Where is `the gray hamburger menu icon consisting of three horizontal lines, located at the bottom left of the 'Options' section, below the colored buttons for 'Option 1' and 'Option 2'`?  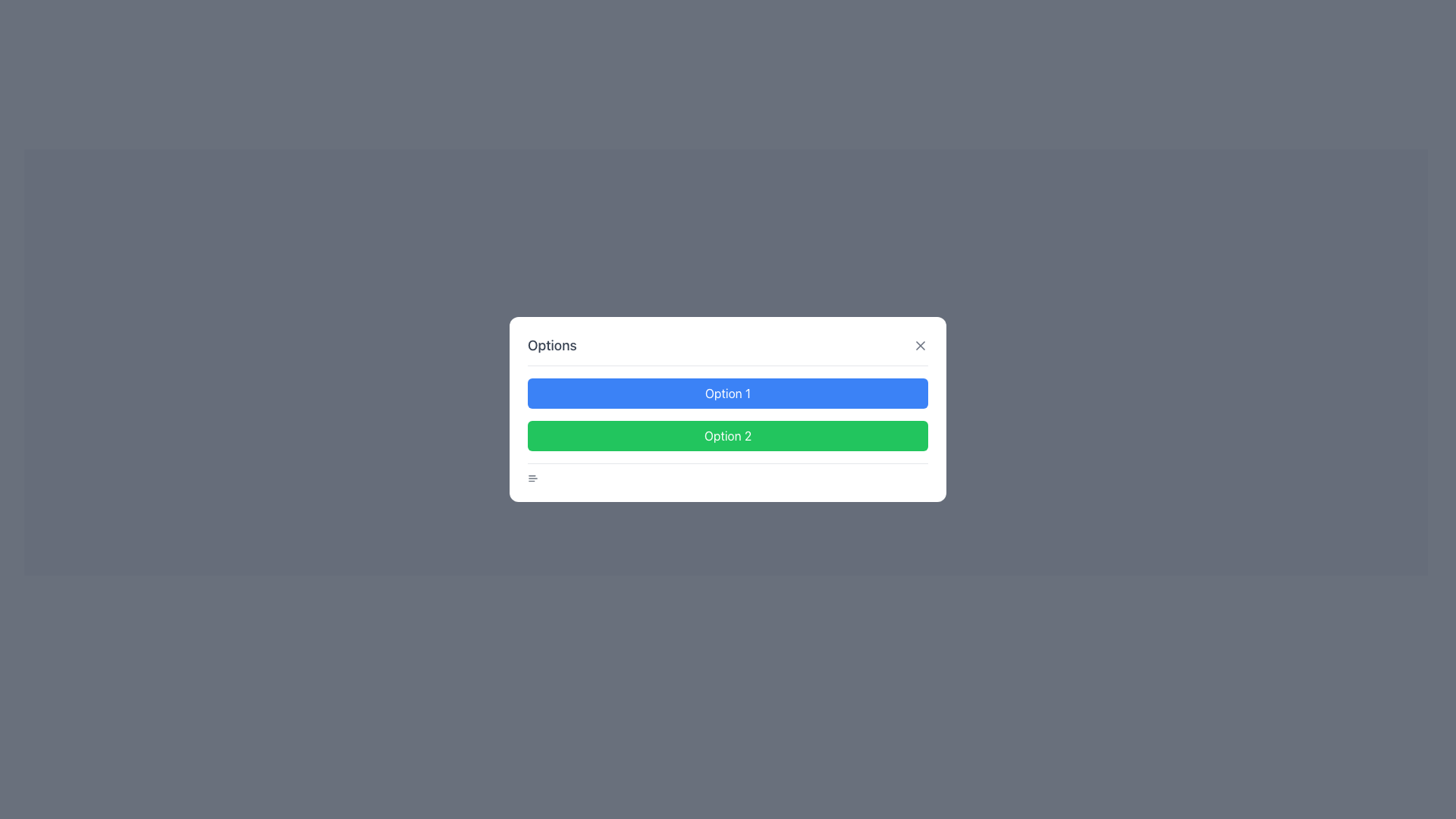 the gray hamburger menu icon consisting of three horizontal lines, located at the bottom left of the 'Options' section, below the colored buttons for 'Option 1' and 'Option 2' is located at coordinates (532, 479).